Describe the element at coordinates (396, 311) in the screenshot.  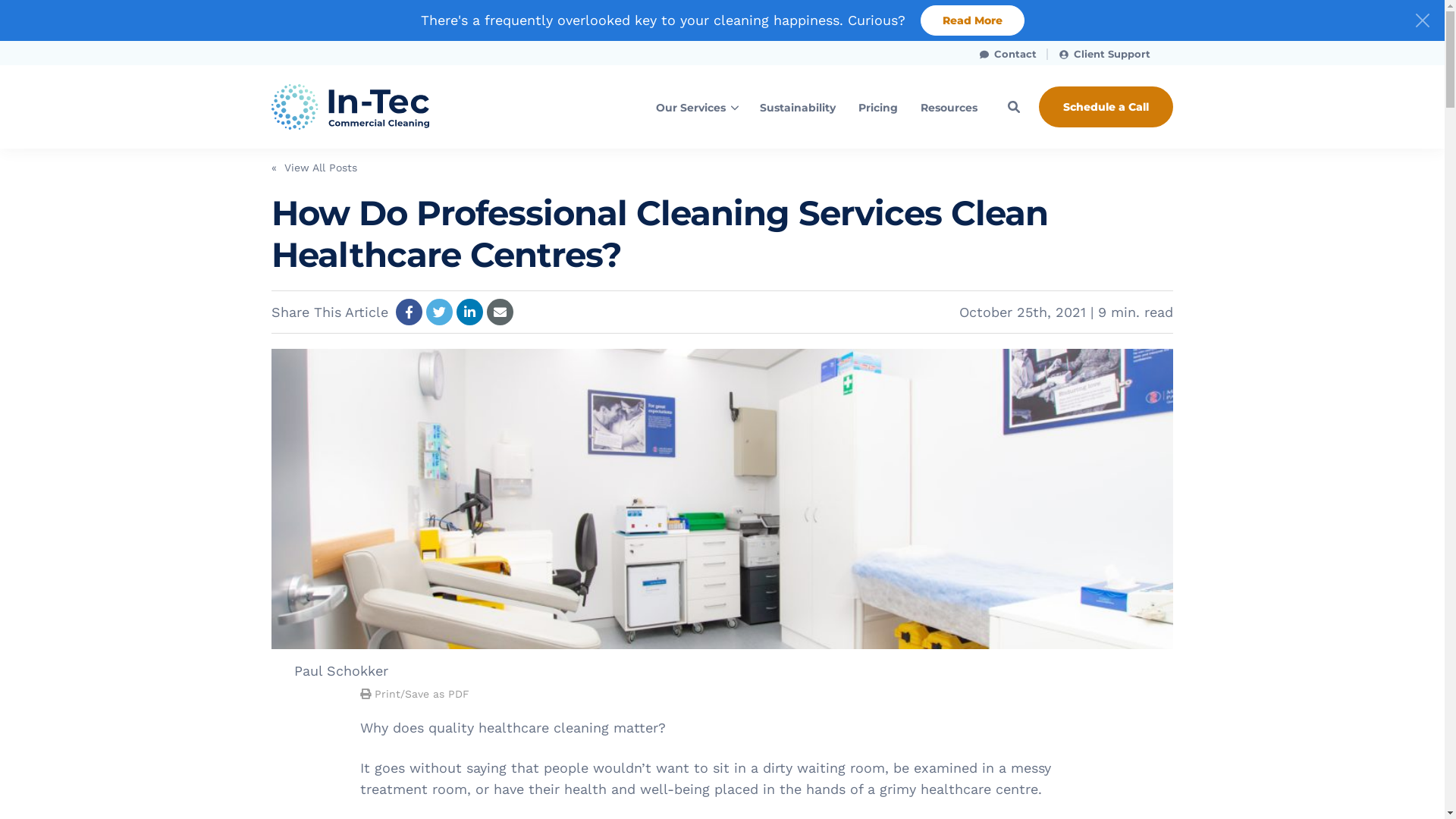
I see `'Share on Facebook'` at that location.